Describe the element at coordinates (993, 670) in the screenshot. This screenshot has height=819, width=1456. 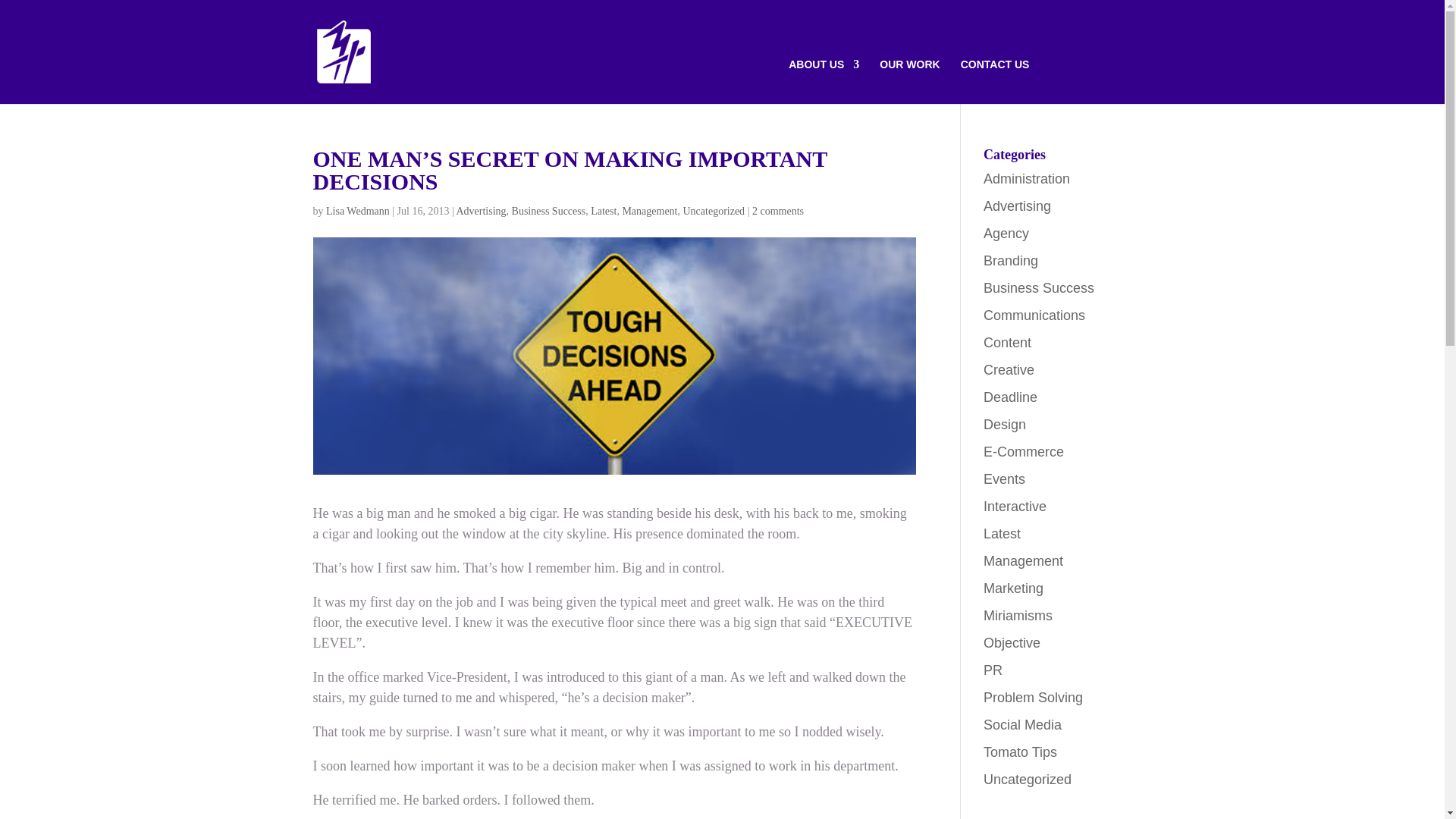
I see `'PR'` at that location.